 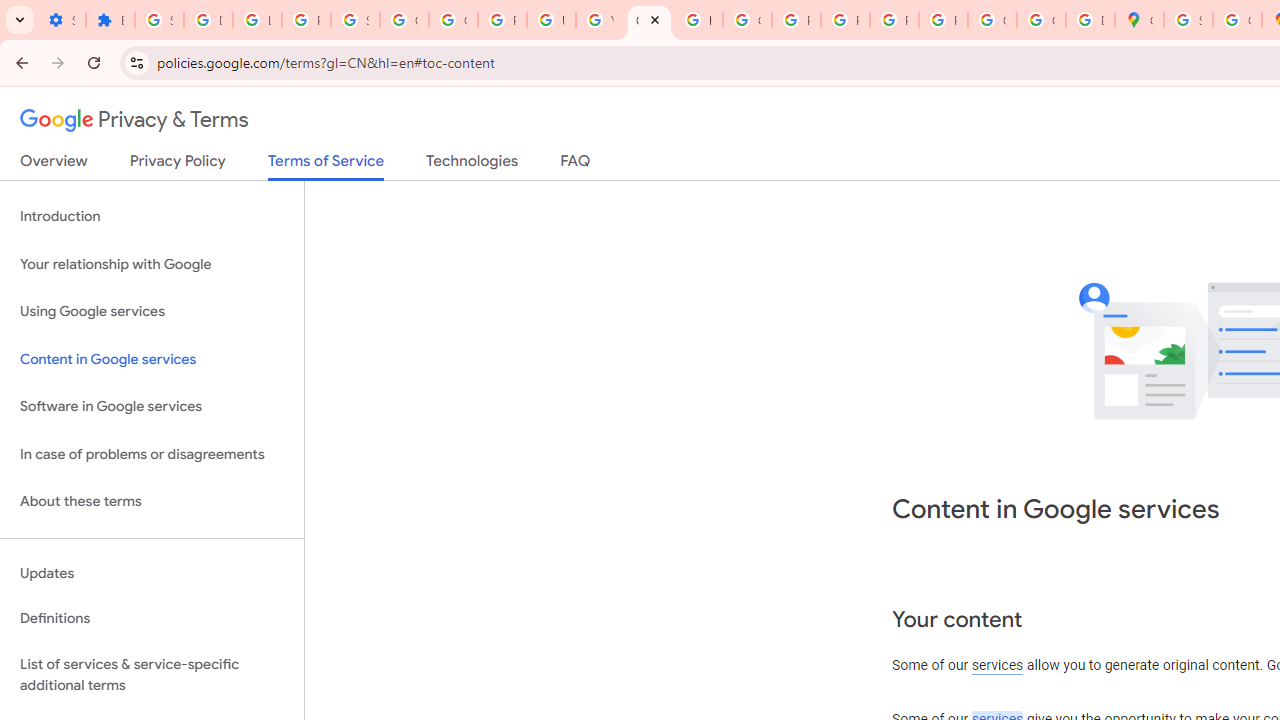 I want to click on 'YouTube', so click(x=599, y=20).